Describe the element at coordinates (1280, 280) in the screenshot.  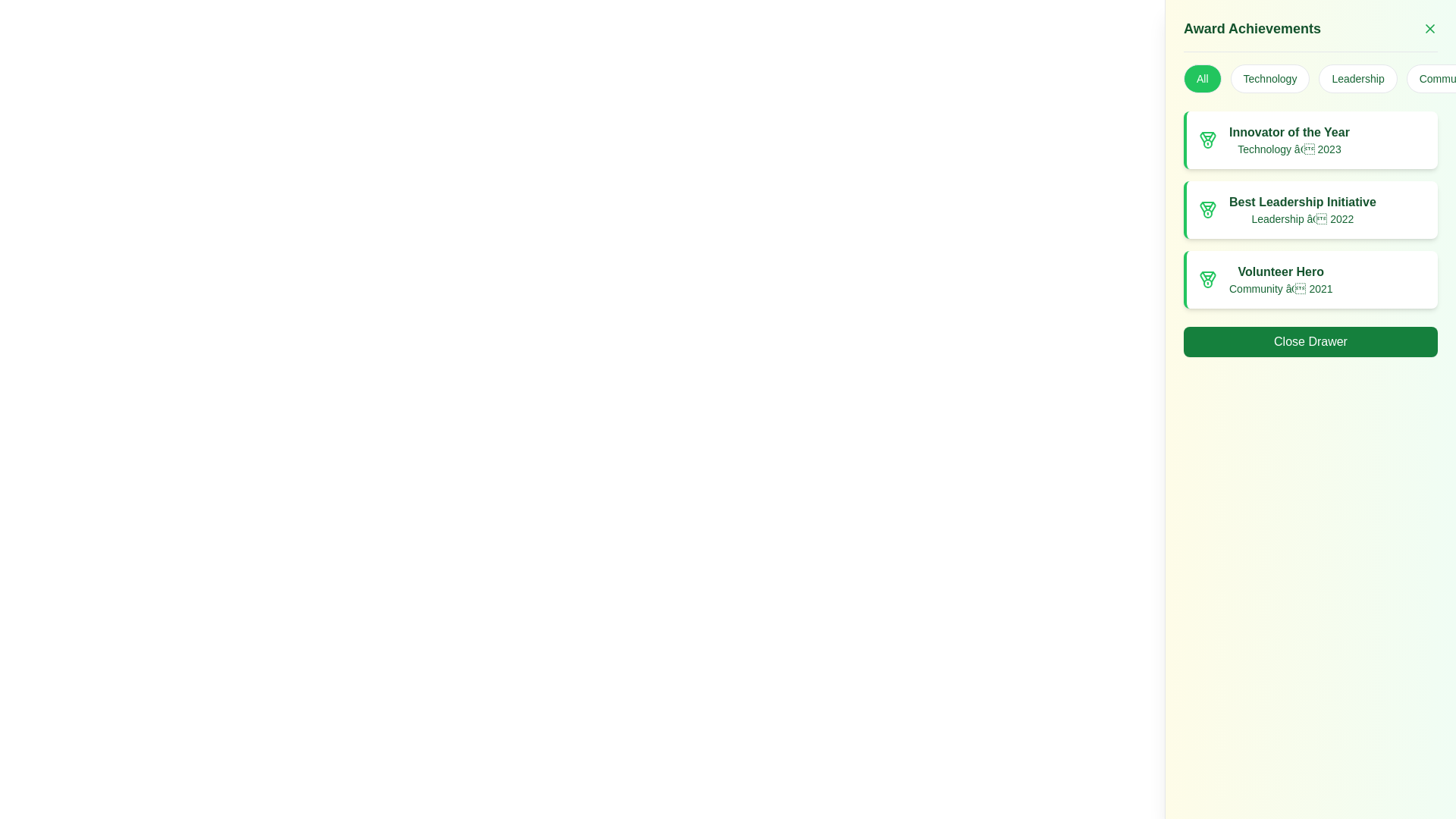
I see `the third item in the vertically stacked list of award achievements, which displays an award title and its category or year, located below 'Best Leadership Initiative'` at that location.